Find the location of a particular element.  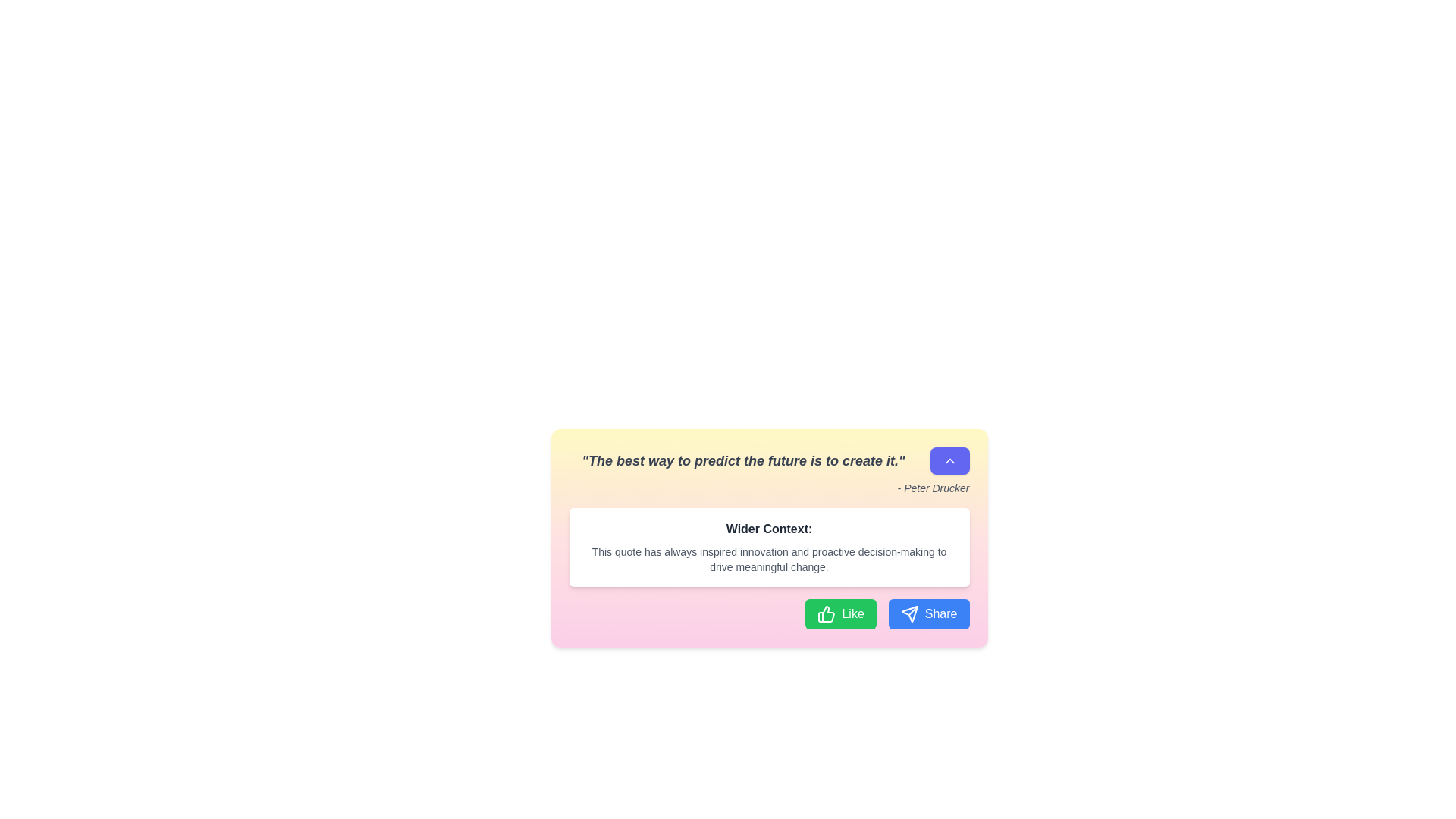

the rectangular 'Share' button with a blue background and a white paper airplane icon is located at coordinates (928, 614).